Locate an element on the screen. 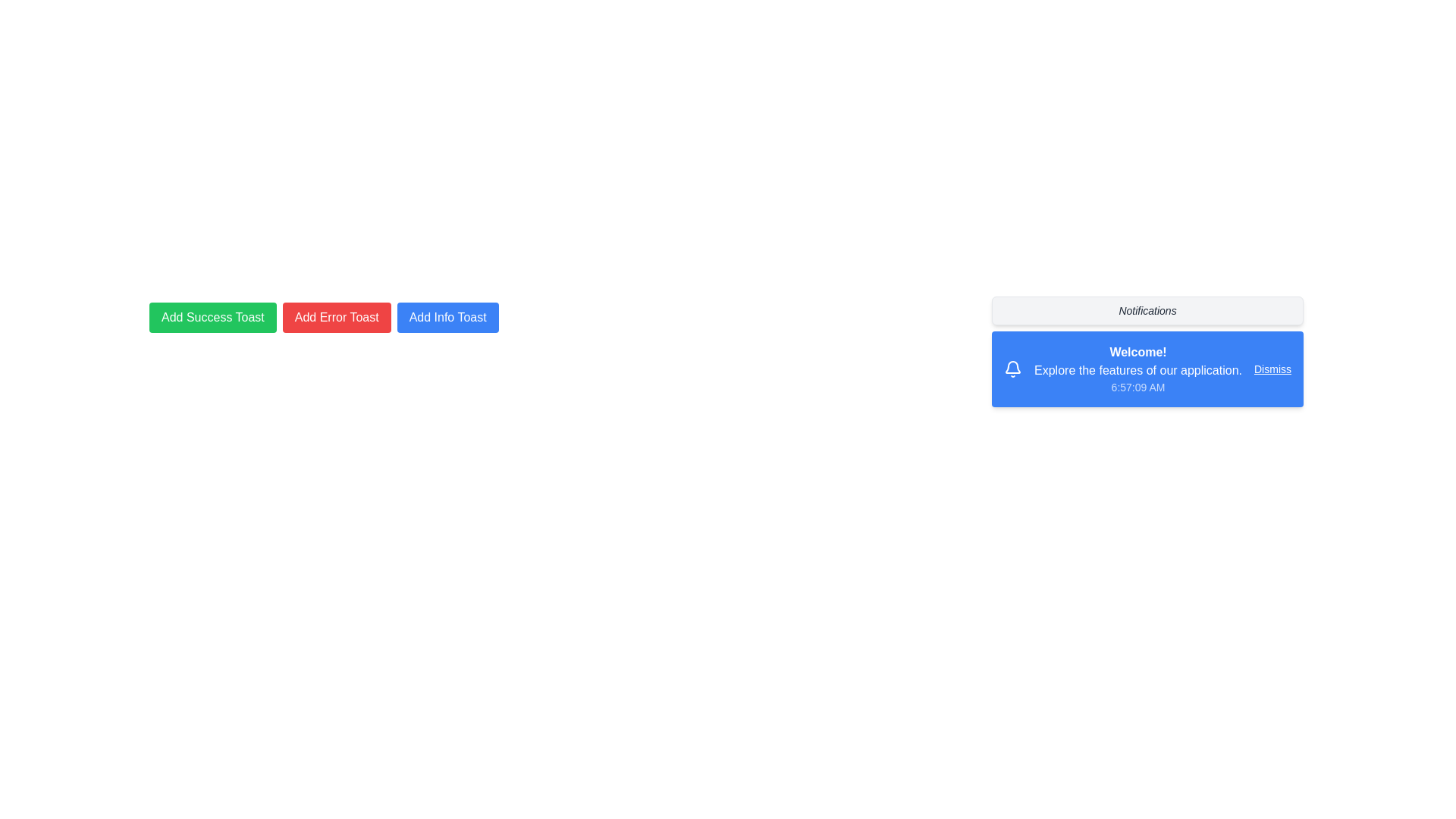 The height and width of the screenshot is (819, 1456). the red 'Add Error Toast' button, which is the second button in a row of three buttons is located at coordinates (336, 317).